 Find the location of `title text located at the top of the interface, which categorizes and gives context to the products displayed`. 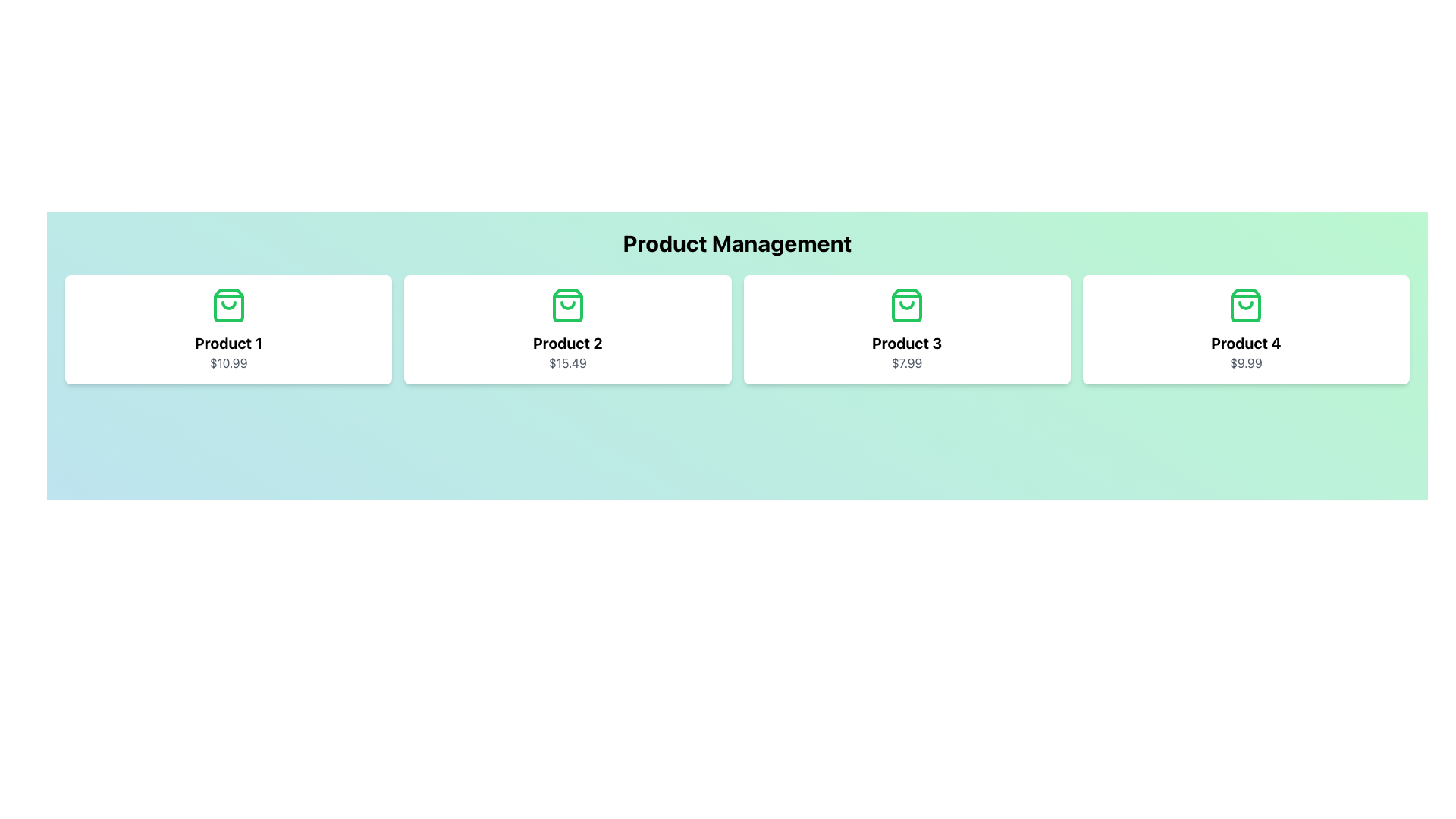

title text located at the top of the interface, which categorizes and gives context to the products displayed is located at coordinates (737, 242).